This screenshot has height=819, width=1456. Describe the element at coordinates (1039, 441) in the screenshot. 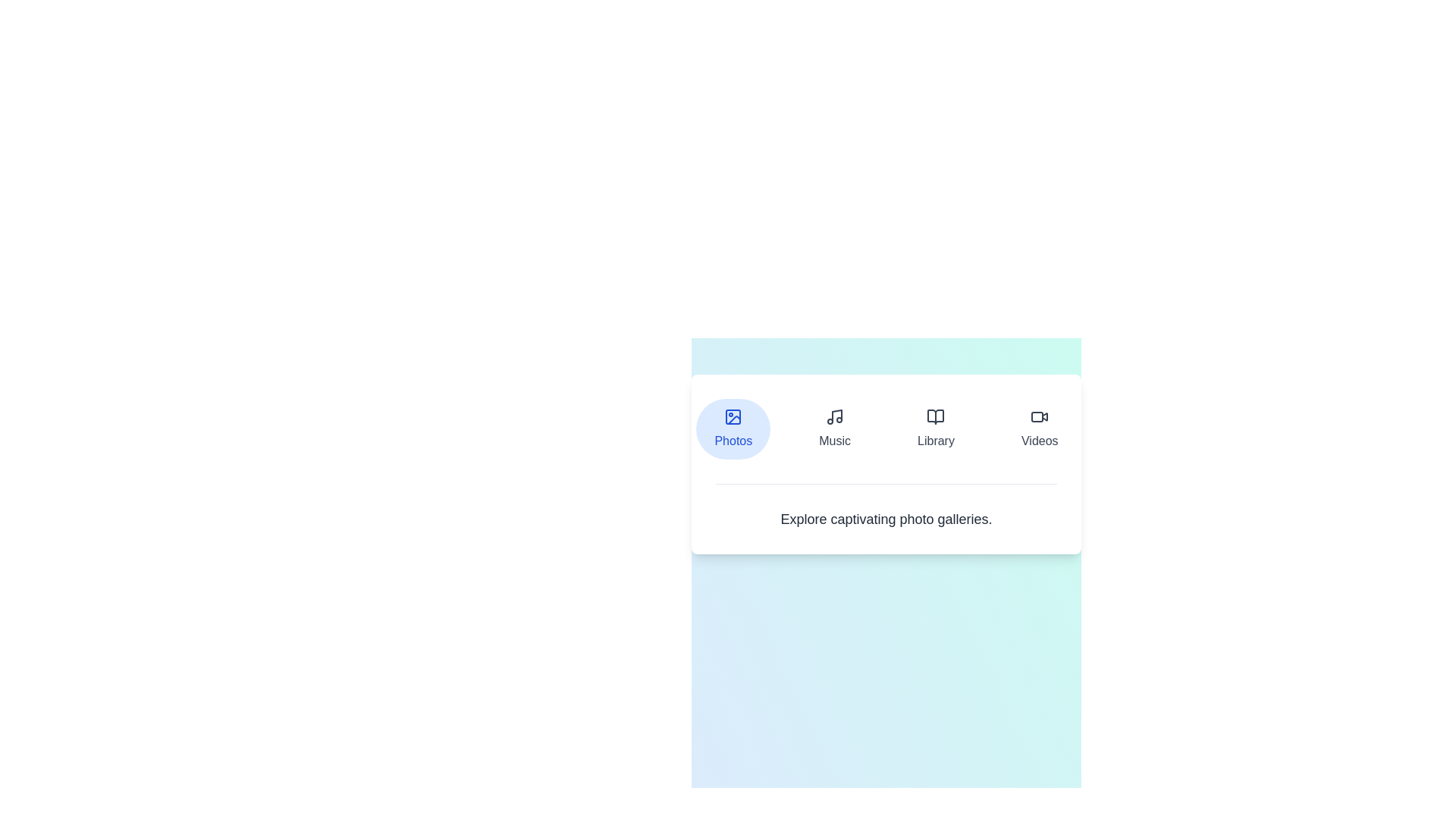

I see `the 'Videos' label, which is the fourth menu option in the horizontal menu, positioned beneath the video icon and adjacent to the 'Library' option` at that location.